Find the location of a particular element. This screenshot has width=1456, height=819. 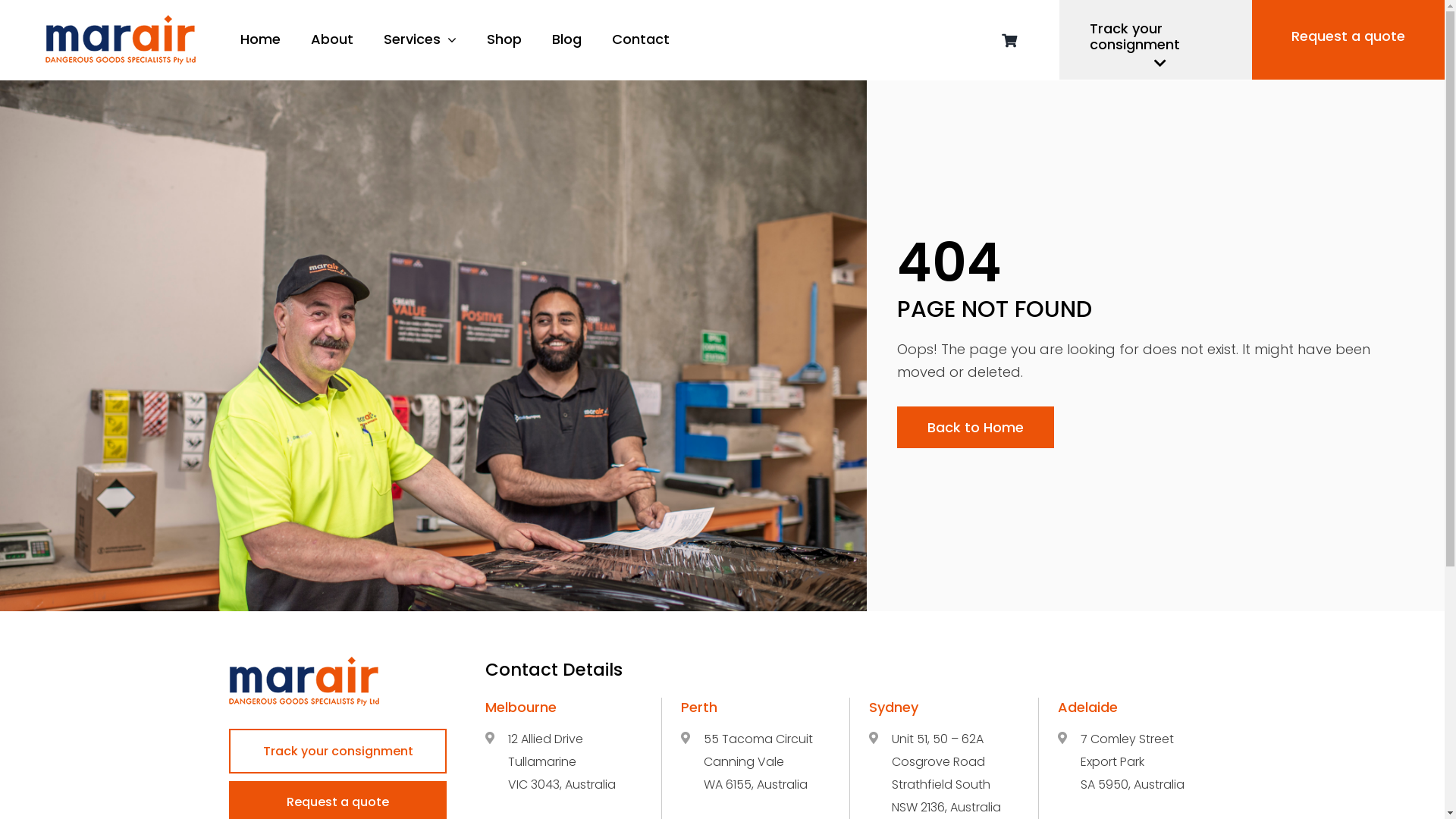

'Contact' is located at coordinates (640, 39).